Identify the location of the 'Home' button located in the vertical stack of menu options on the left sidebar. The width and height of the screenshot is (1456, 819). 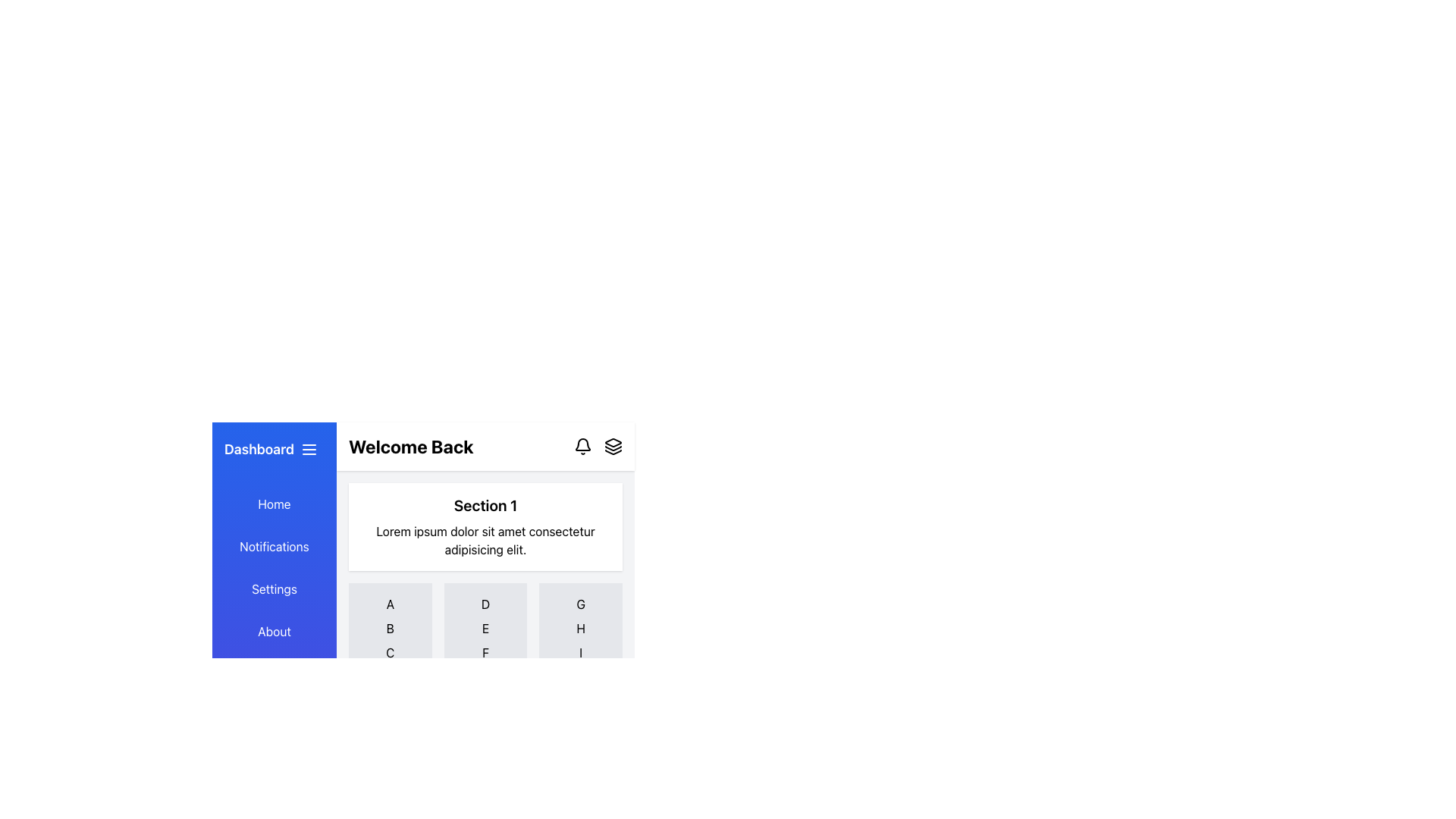
(274, 504).